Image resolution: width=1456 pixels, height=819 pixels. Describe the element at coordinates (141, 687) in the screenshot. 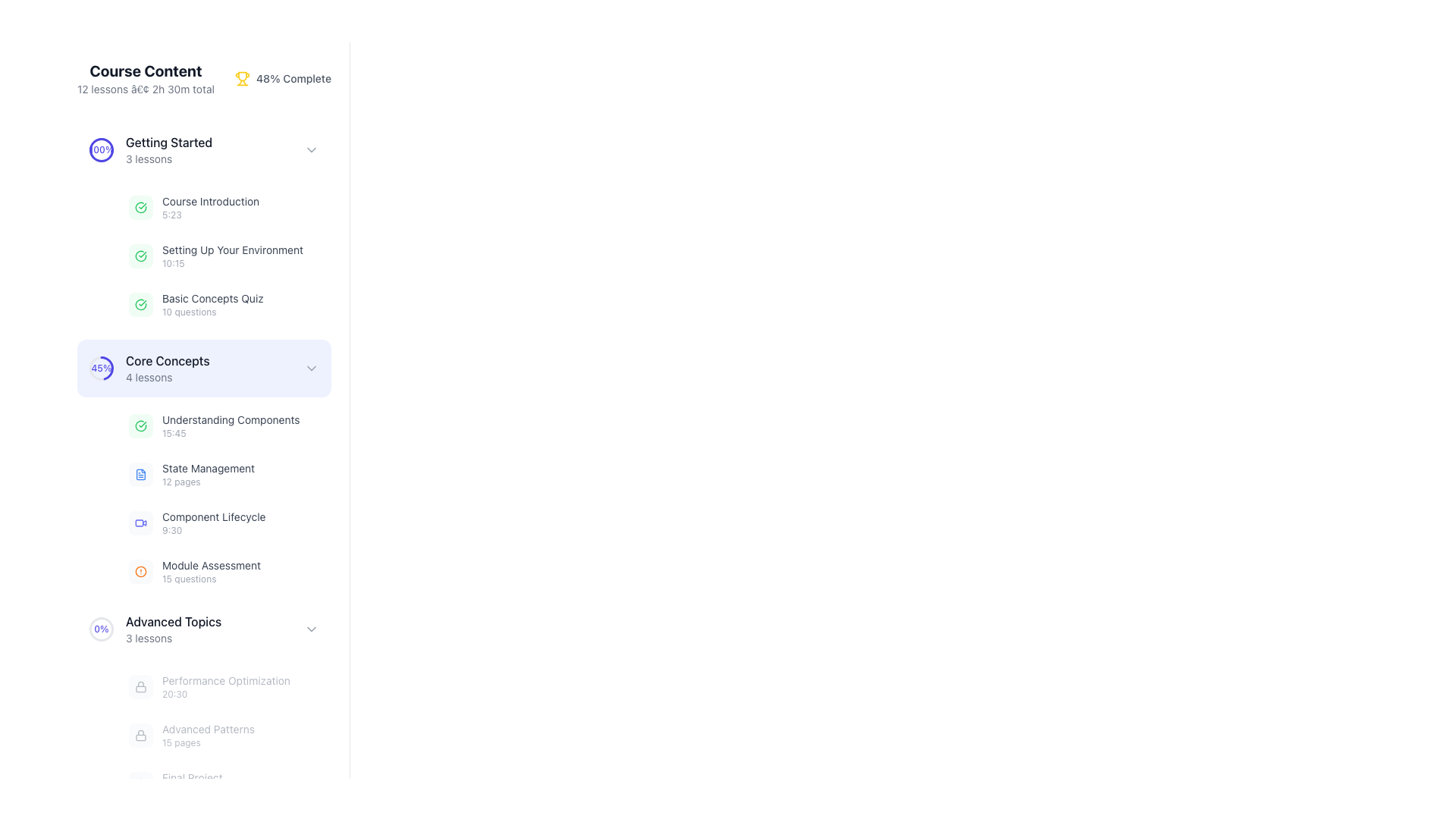

I see `the lock icon representing secured access in the 'Advanced Topics' section of the course content` at that location.